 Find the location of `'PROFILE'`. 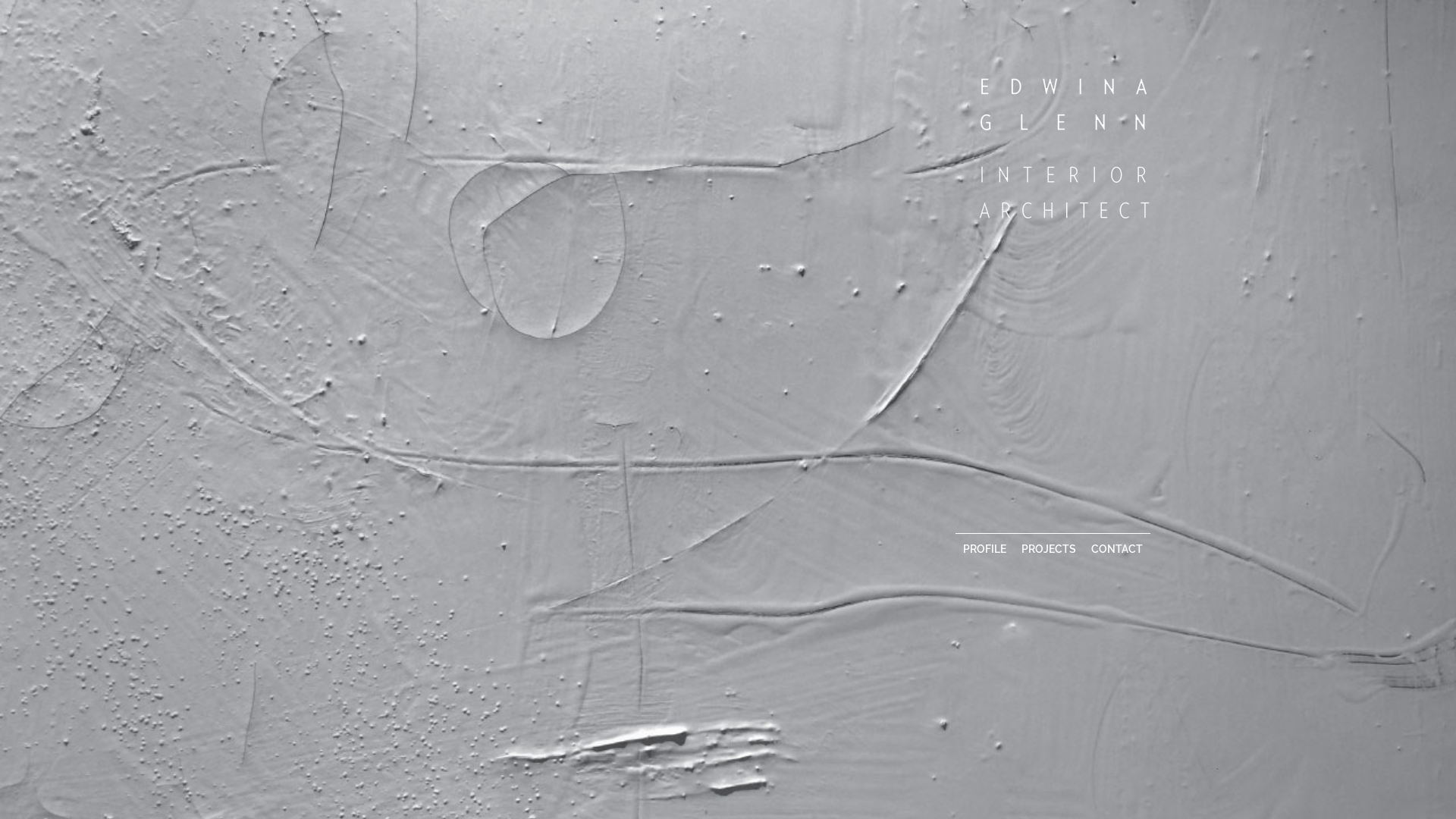

'PROFILE' is located at coordinates (954, 548).